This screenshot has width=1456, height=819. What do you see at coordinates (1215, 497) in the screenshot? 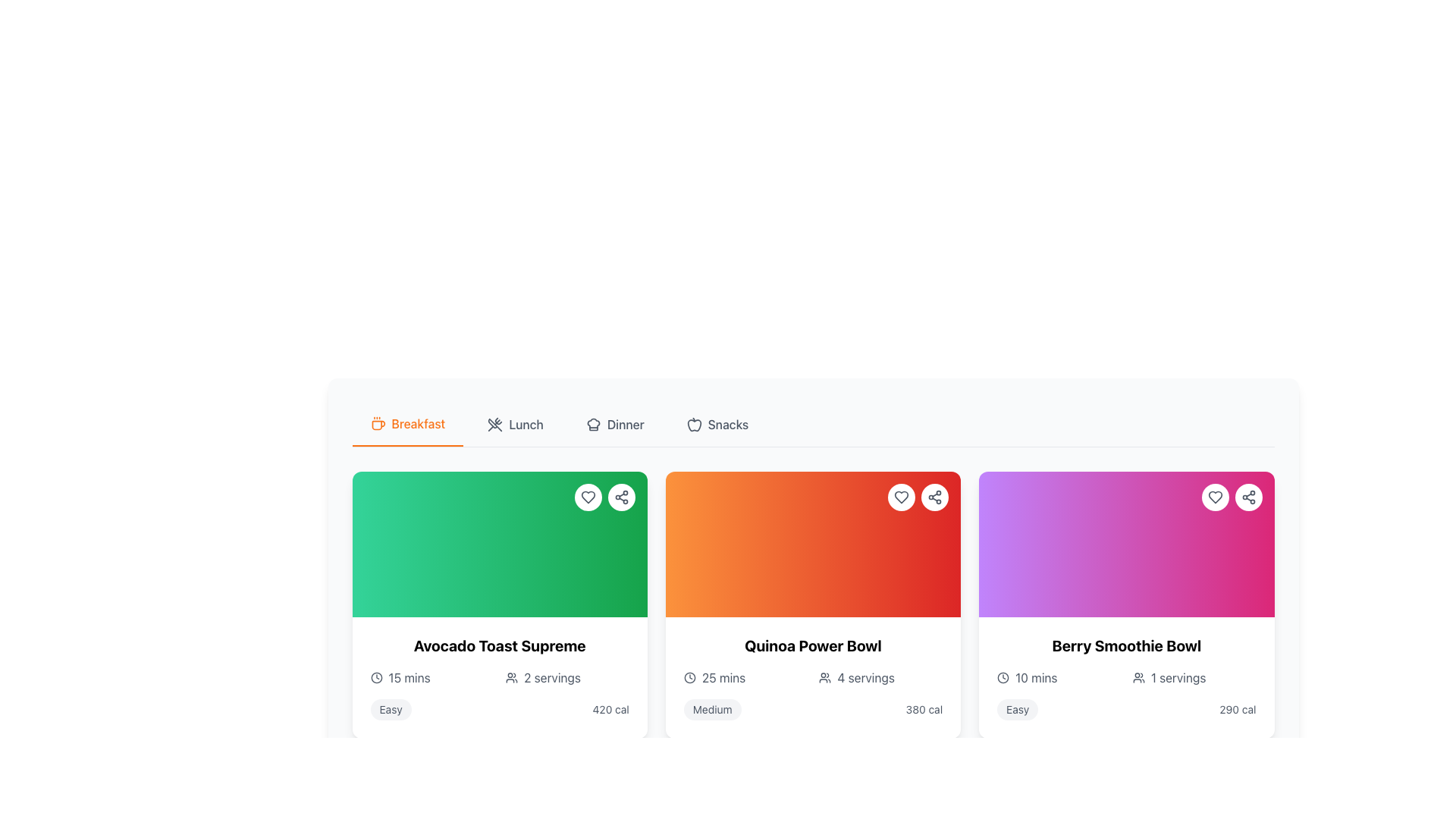
I see `the 'like' button located at the top-right area of the 'Berry Smoothie Bowl' card for accessibility navigation` at bounding box center [1215, 497].